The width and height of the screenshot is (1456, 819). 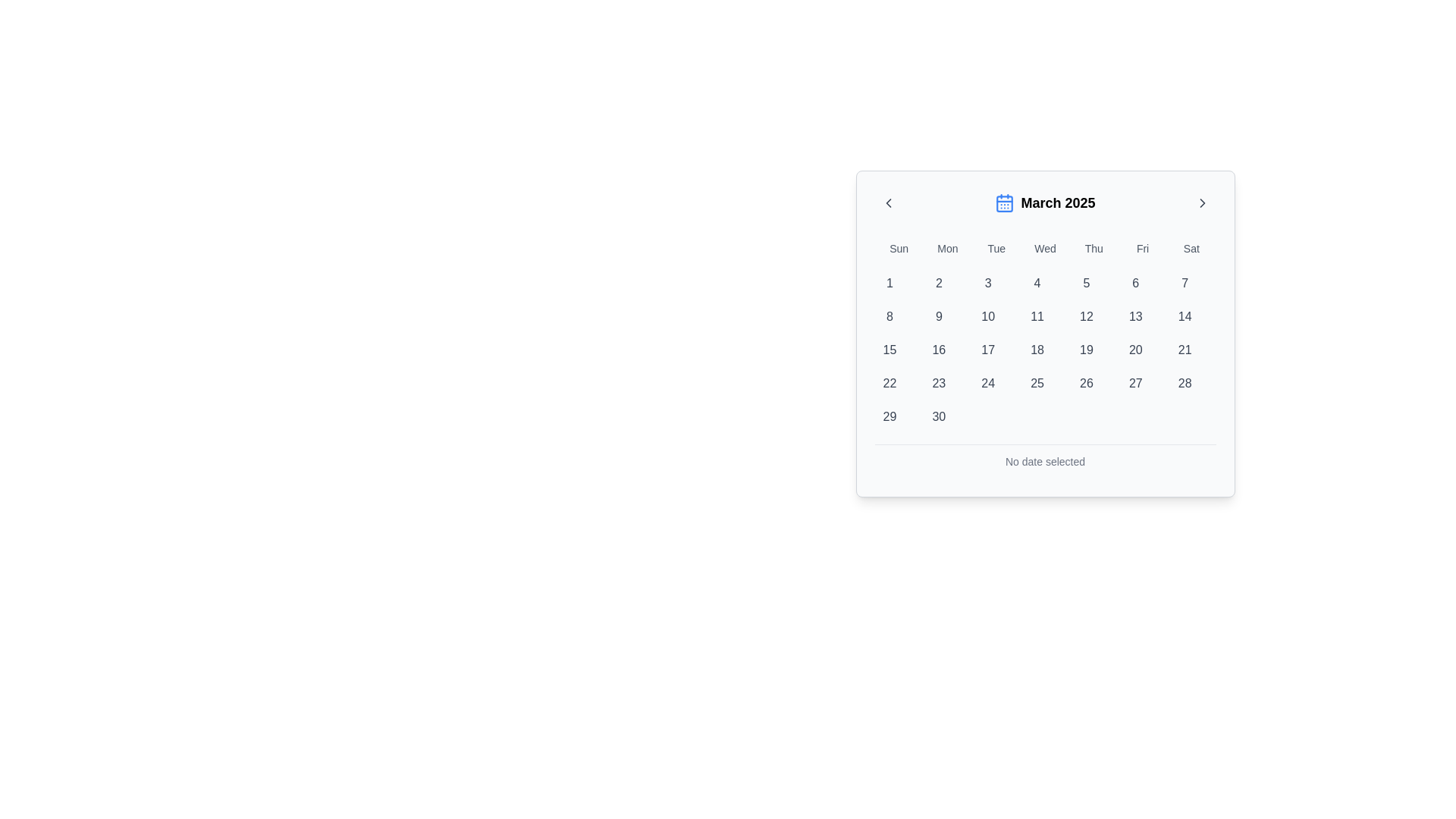 I want to click on the bold and large text segment displaying the date 'March 2025' in the header section of the calendar UI to potentially open a month selector if interactivity is supported, so click(x=1057, y=202).